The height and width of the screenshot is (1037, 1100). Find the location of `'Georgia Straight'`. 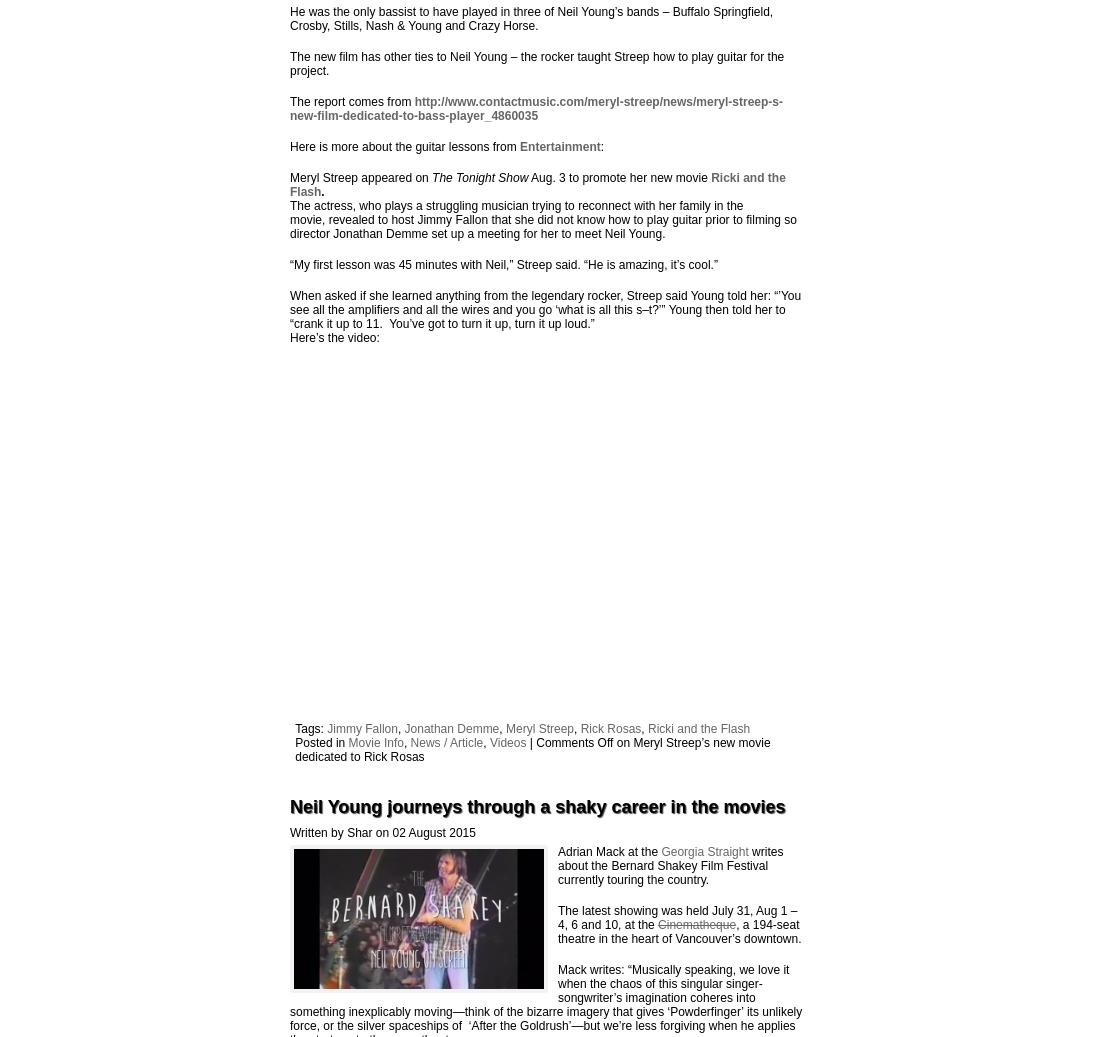

'Georgia Straight' is located at coordinates (660, 850).